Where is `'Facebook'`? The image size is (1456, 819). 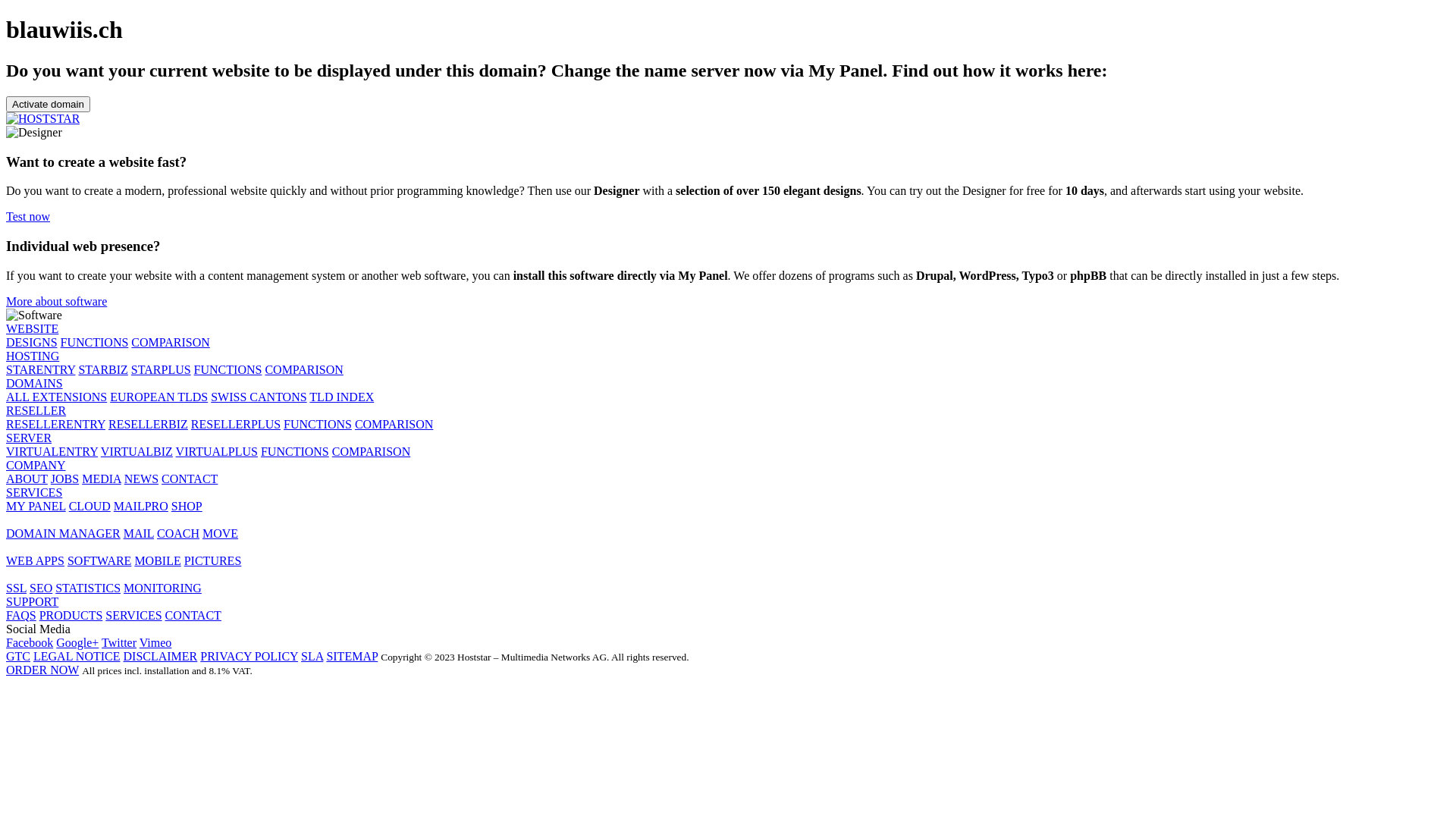
'Facebook' is located at coordinates (6, 642).